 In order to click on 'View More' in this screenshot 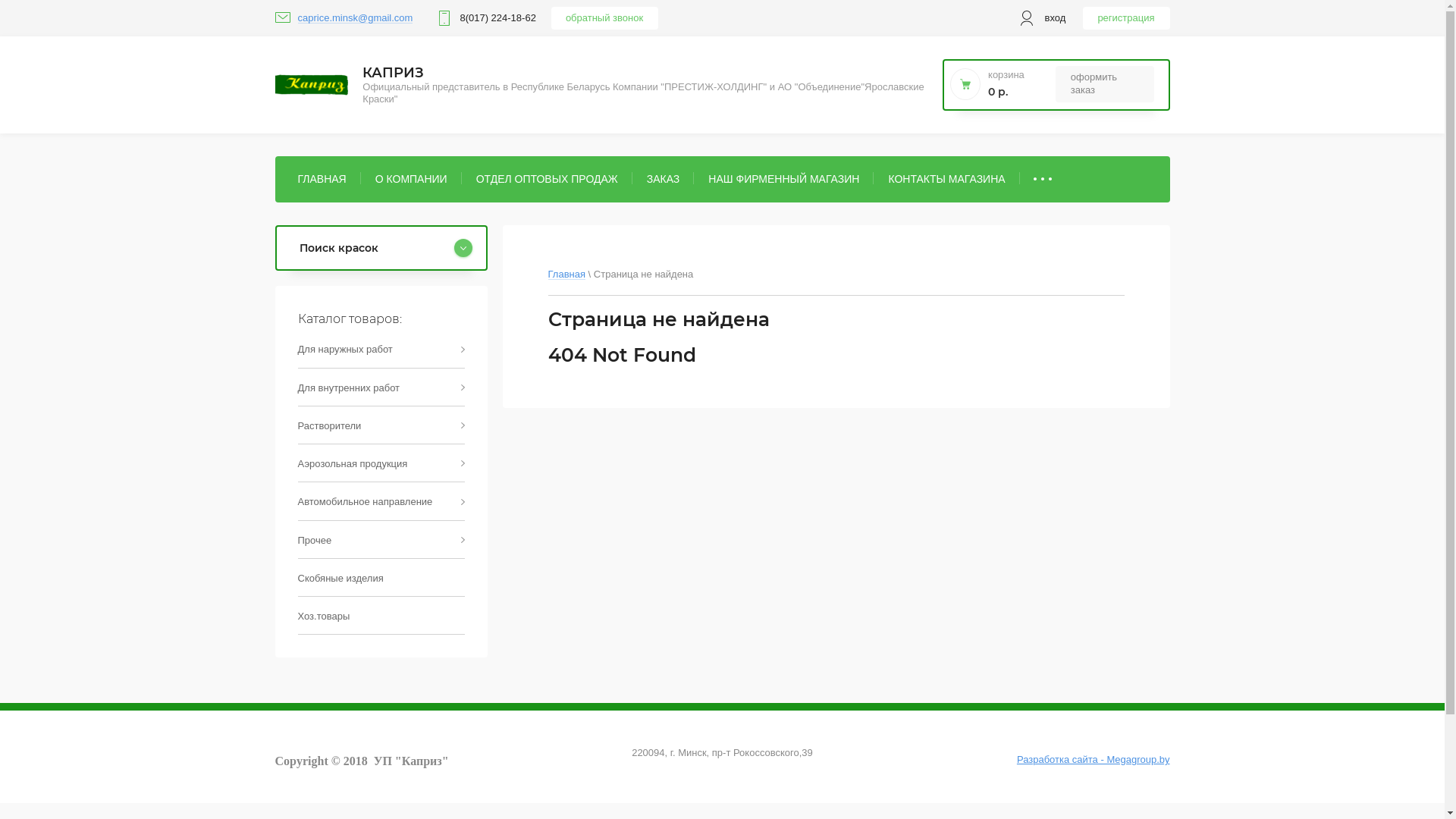, I will do `click(1019, 177)`.